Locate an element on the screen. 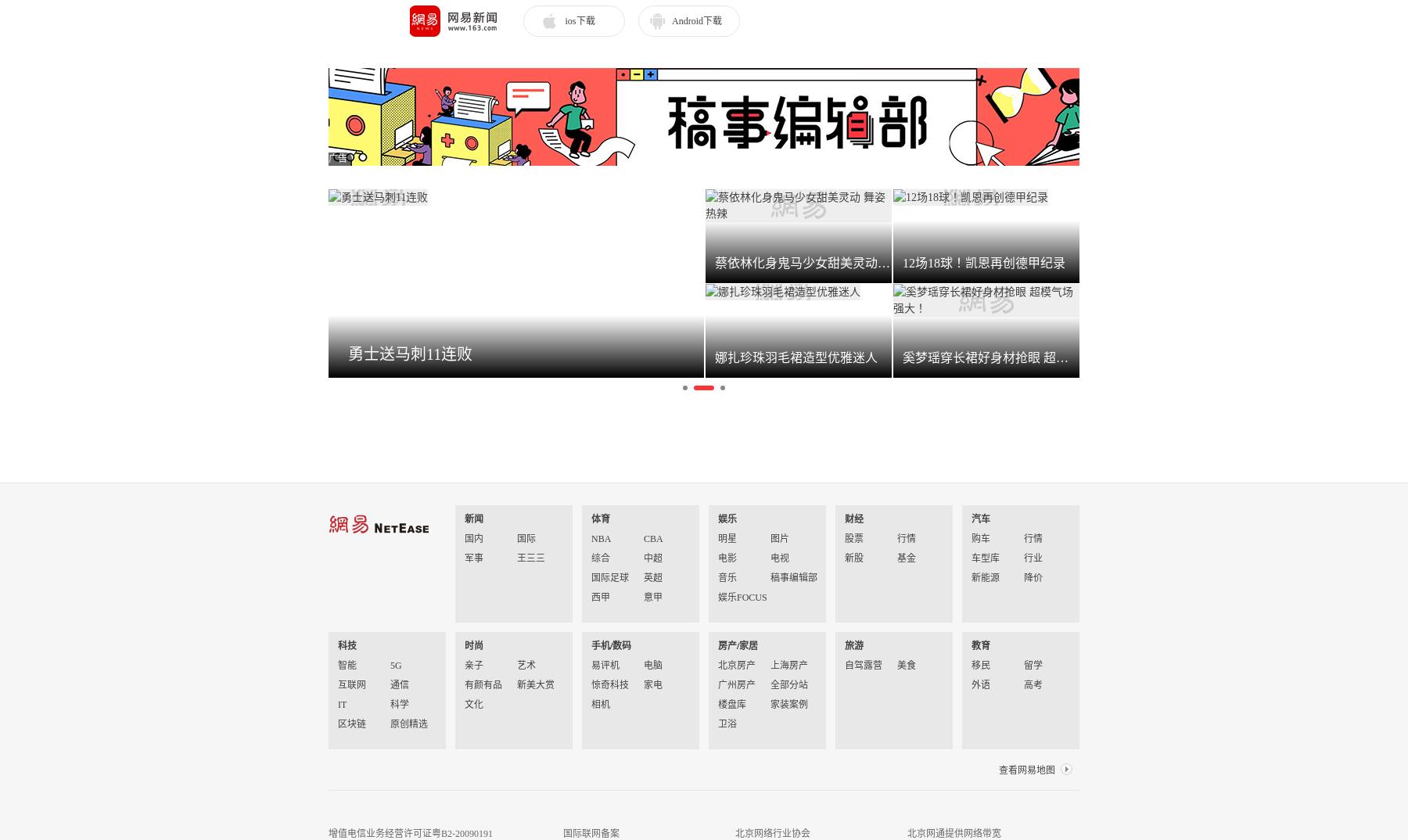 Image resolution: width=1408 pixels, height=840 pixels. '网易公布2023年第一季度财报' is located at coordinates (335, 400).